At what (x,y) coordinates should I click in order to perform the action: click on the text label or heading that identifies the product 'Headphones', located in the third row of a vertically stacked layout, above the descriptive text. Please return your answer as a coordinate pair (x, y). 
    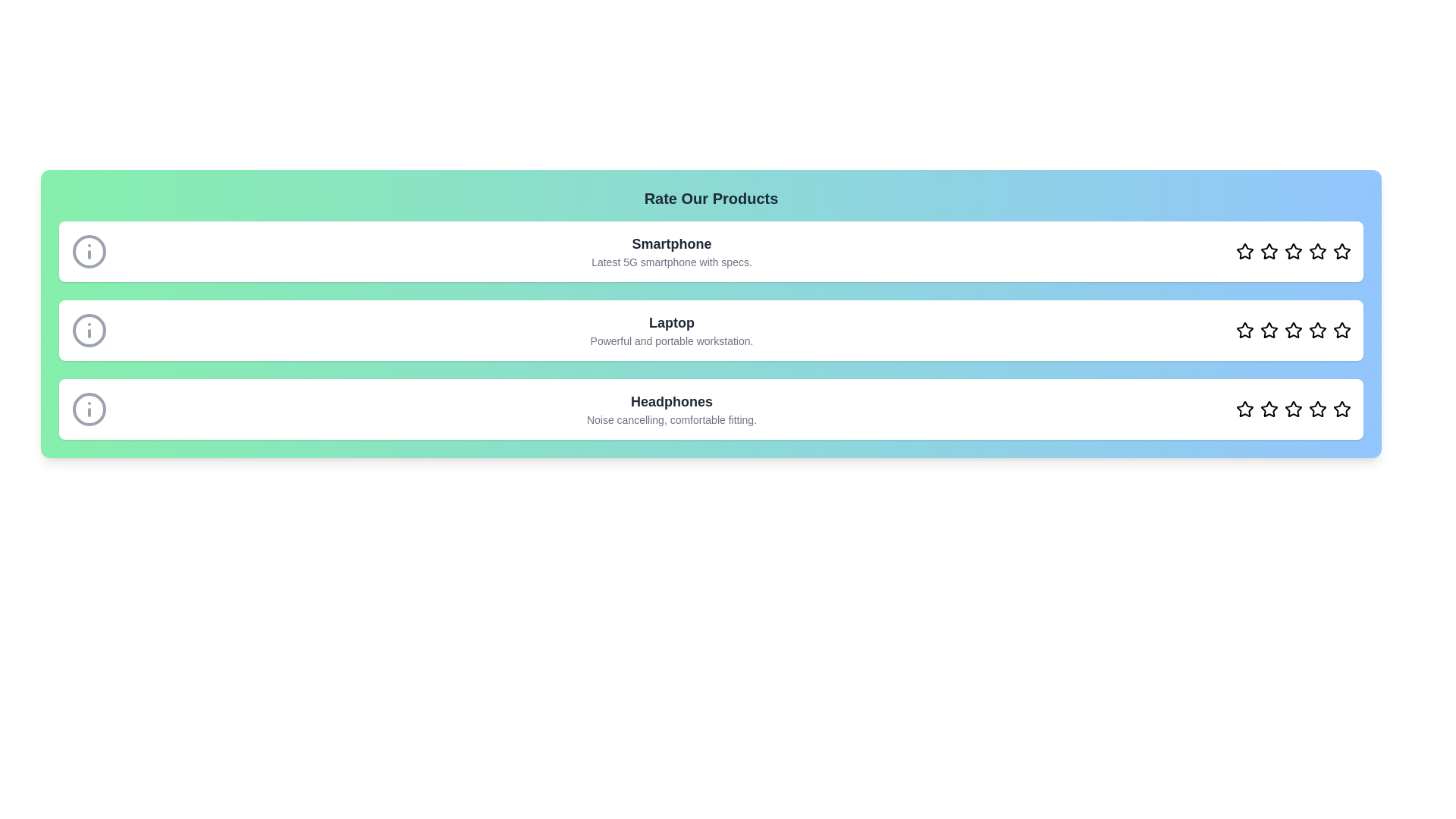
    Looking at the image, I should click on (671, 400).